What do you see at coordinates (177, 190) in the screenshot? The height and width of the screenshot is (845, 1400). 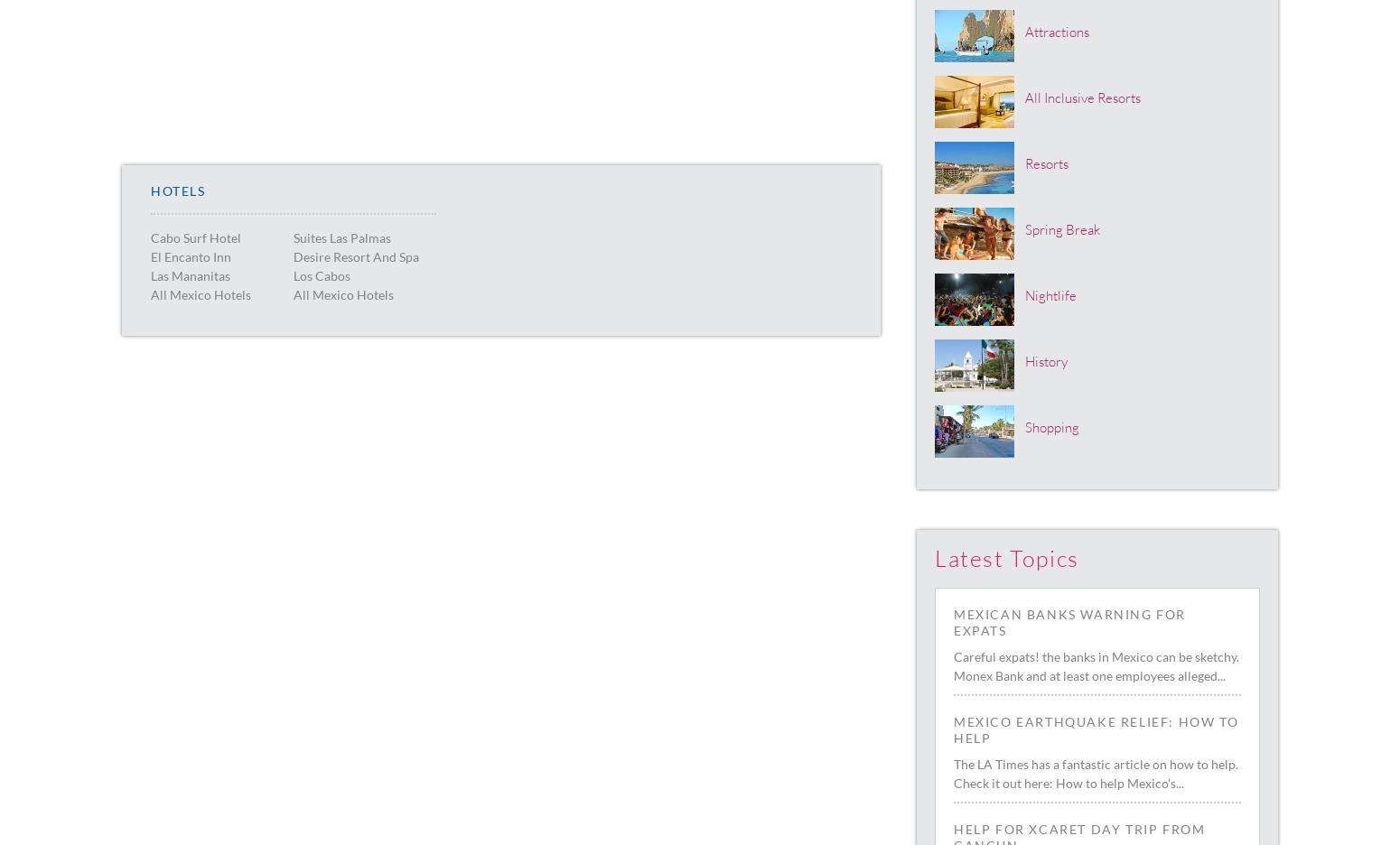 I see `'Hotels'` at bounding box center [177, 190].